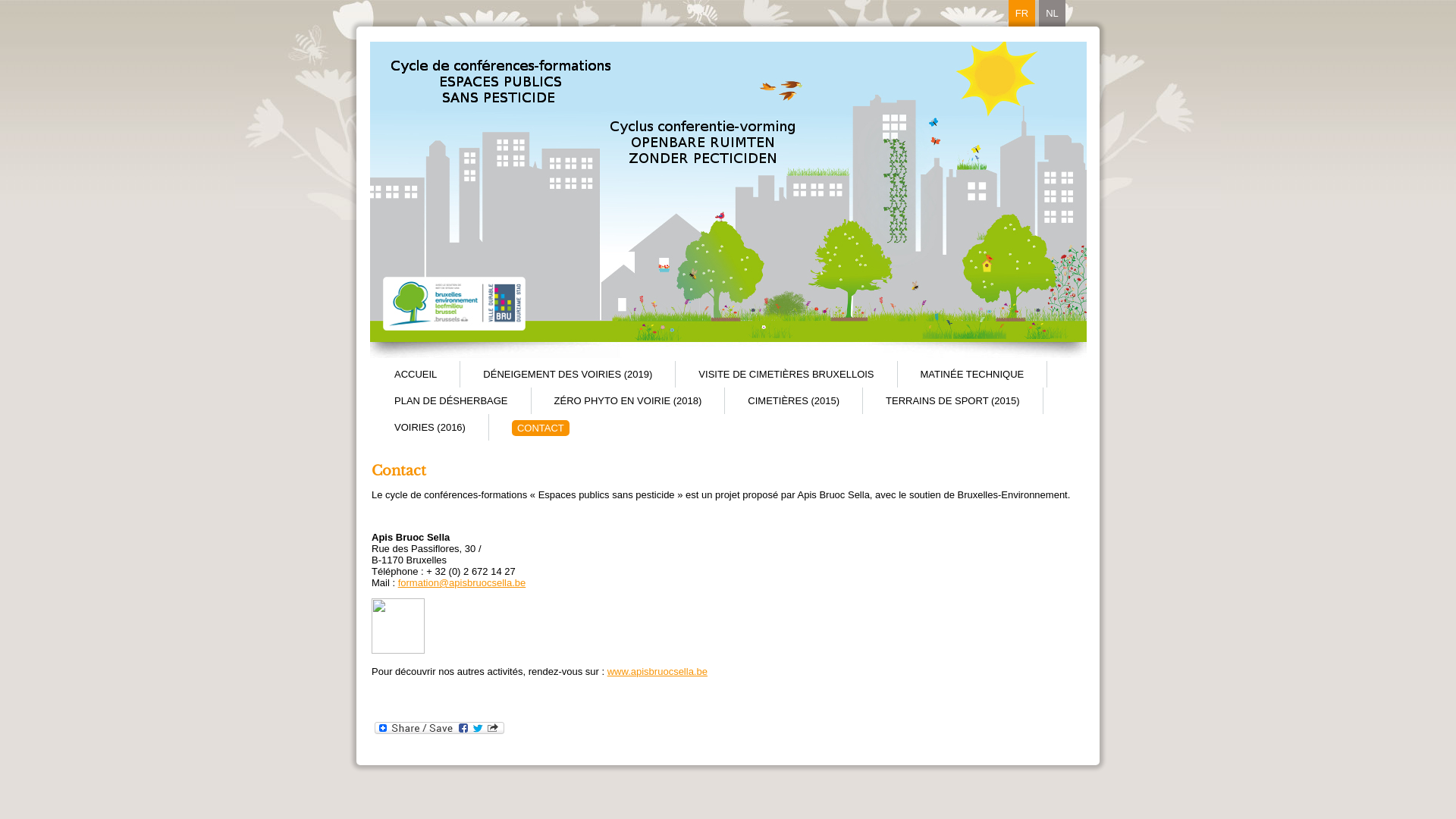  Describe the element at coordinates (607, 670) in the screenshot. I see `'www.apisbruocsella.be'` at that location.